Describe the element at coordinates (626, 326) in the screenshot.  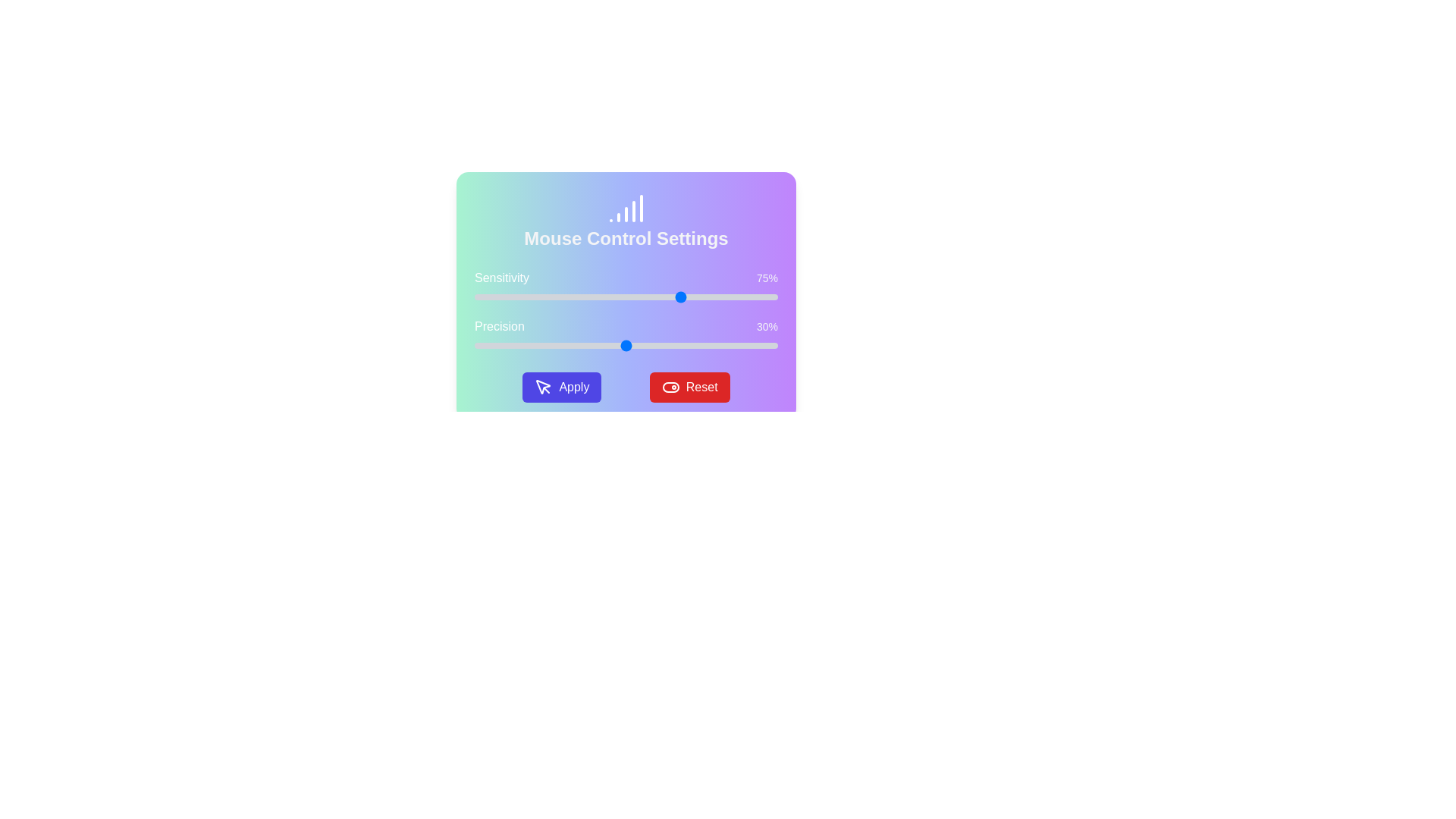
I see `precision label indicating the current value of 30% located centrally within the settings panel, directly below the 'Sensitivity' label and above the 'Precision' slider` at that location.